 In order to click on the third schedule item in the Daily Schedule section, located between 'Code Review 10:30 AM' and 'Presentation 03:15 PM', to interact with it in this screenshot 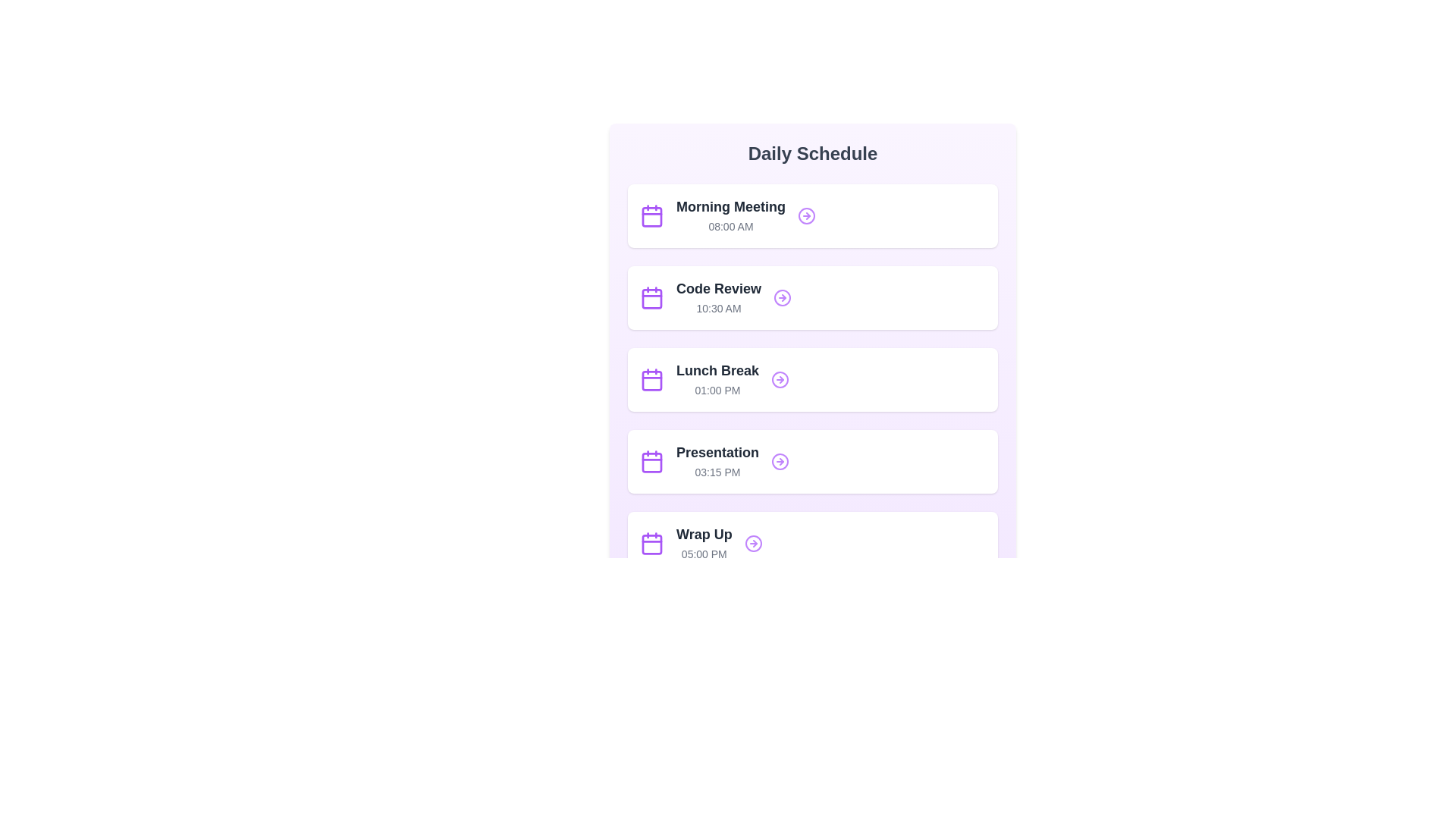, I will do `click(811, 379)`.